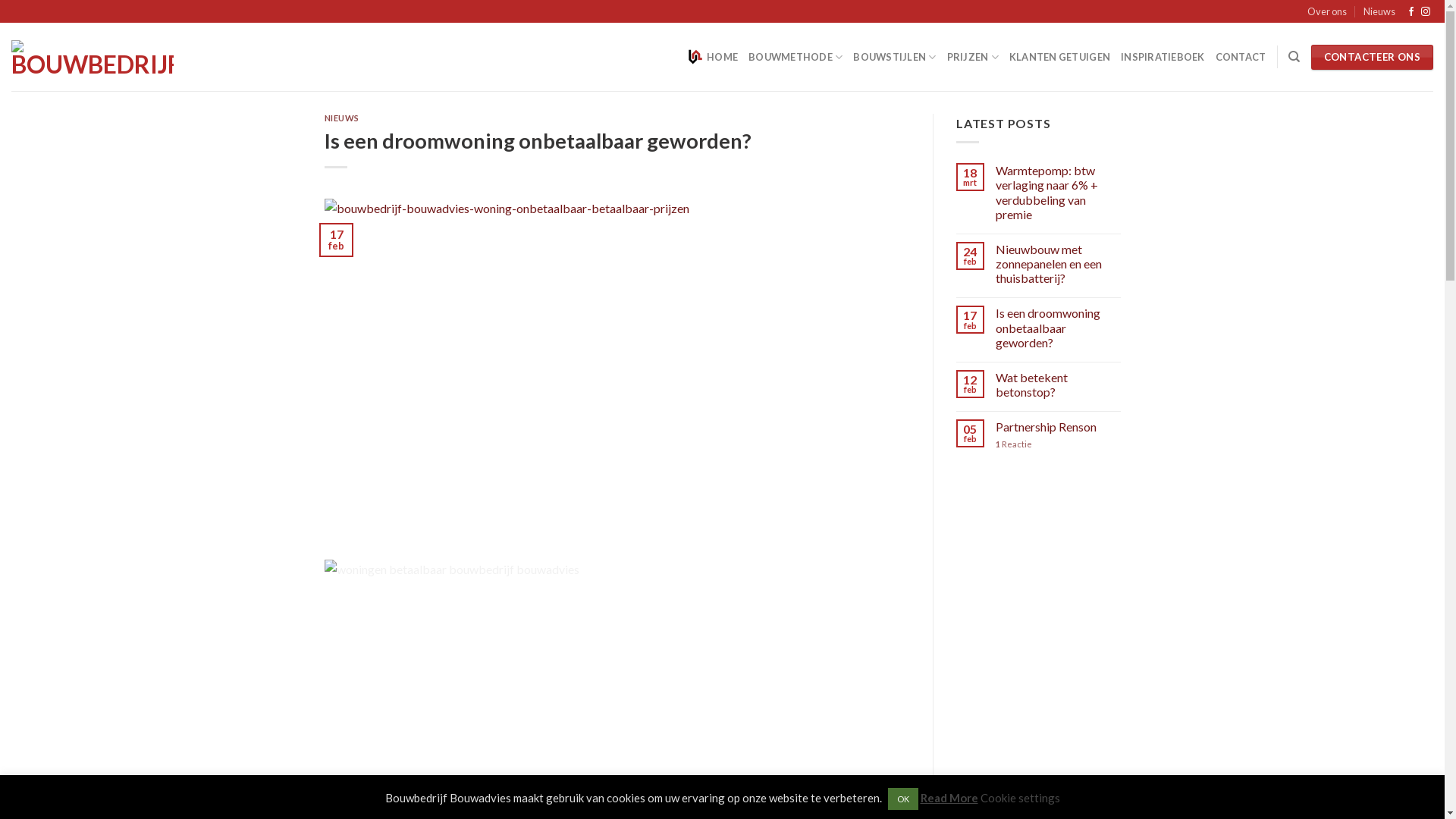  I want to click on 'Partnership Renson', so click(1057, 427).